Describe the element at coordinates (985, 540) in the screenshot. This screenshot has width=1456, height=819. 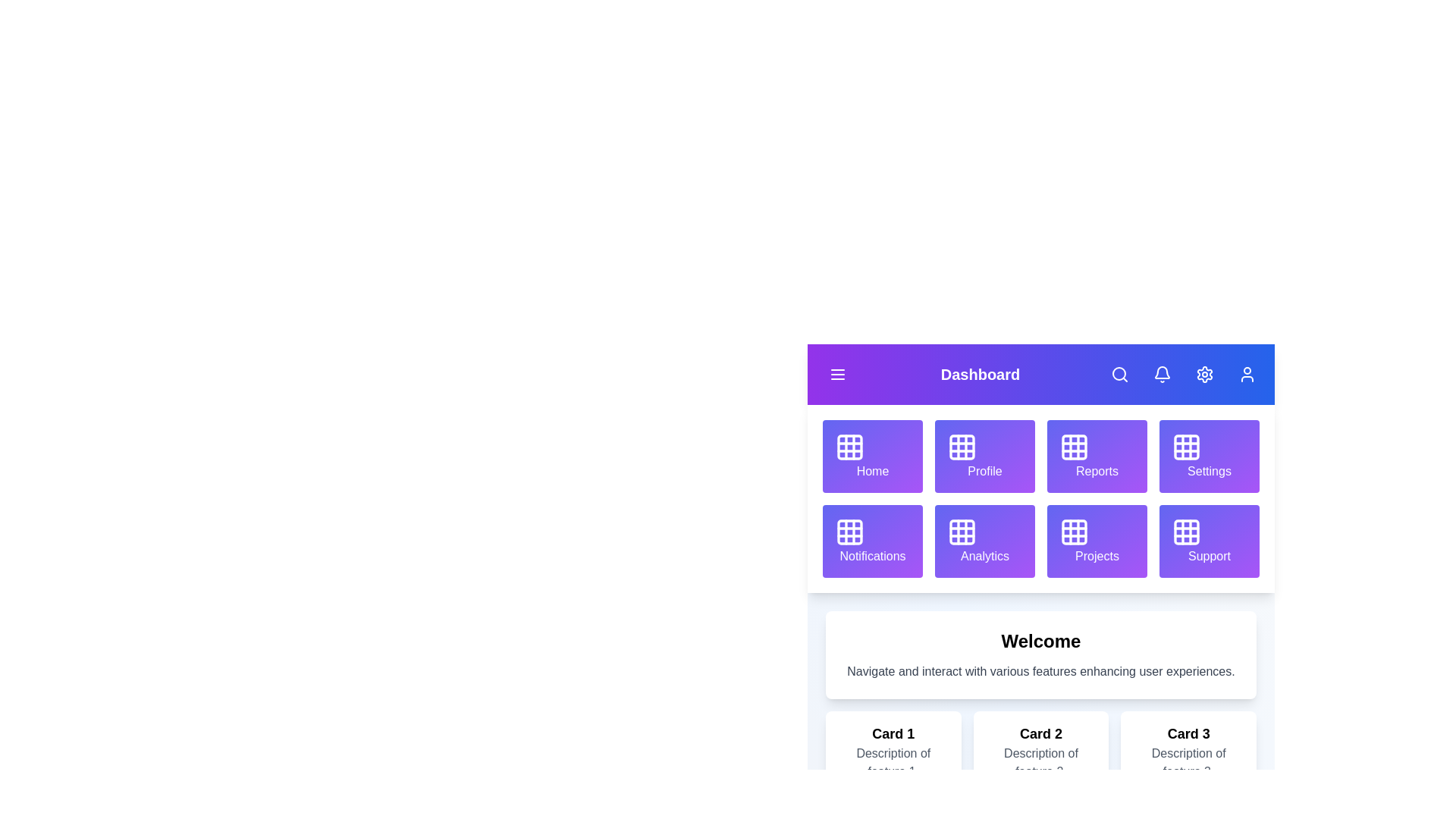
I see `the grid item labeled Analytics to navigate to its section` at that location.